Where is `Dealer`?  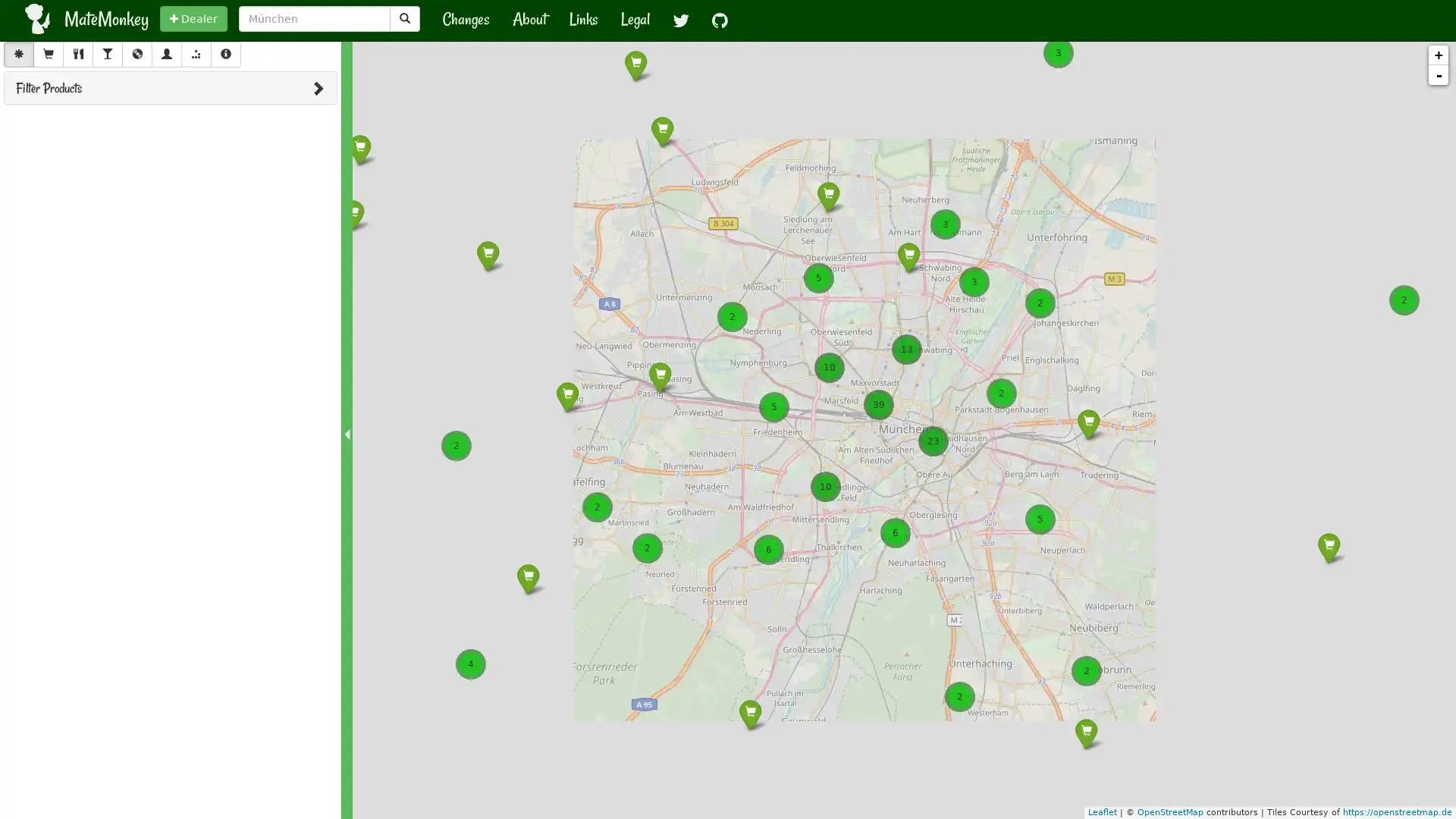
Dealer is located at coordinates (193, 18).